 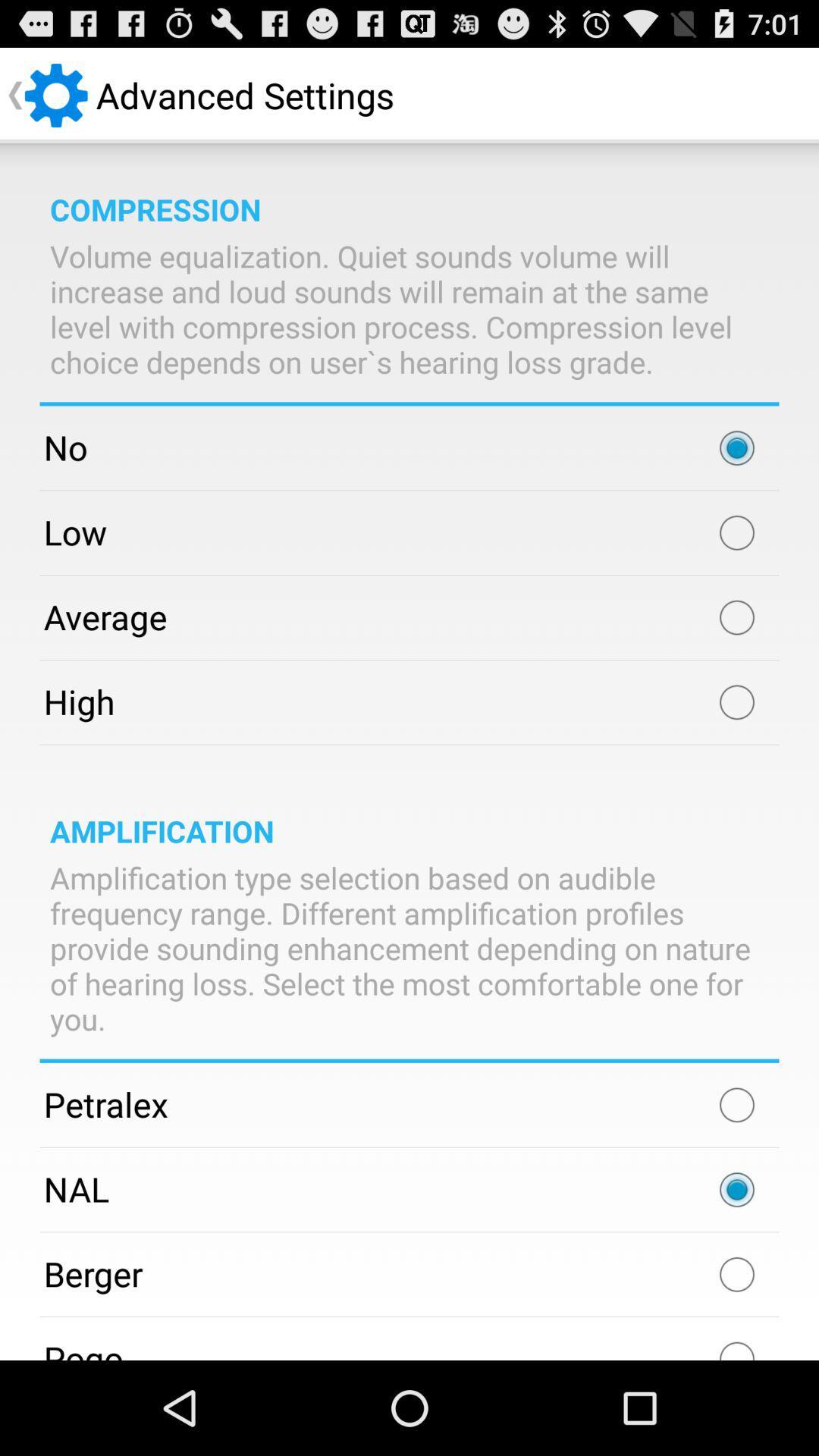 What do you see at coordinates (736, 1105) in the screenshot?
I see `to turn on this option` at bounding box center [736, 1105].